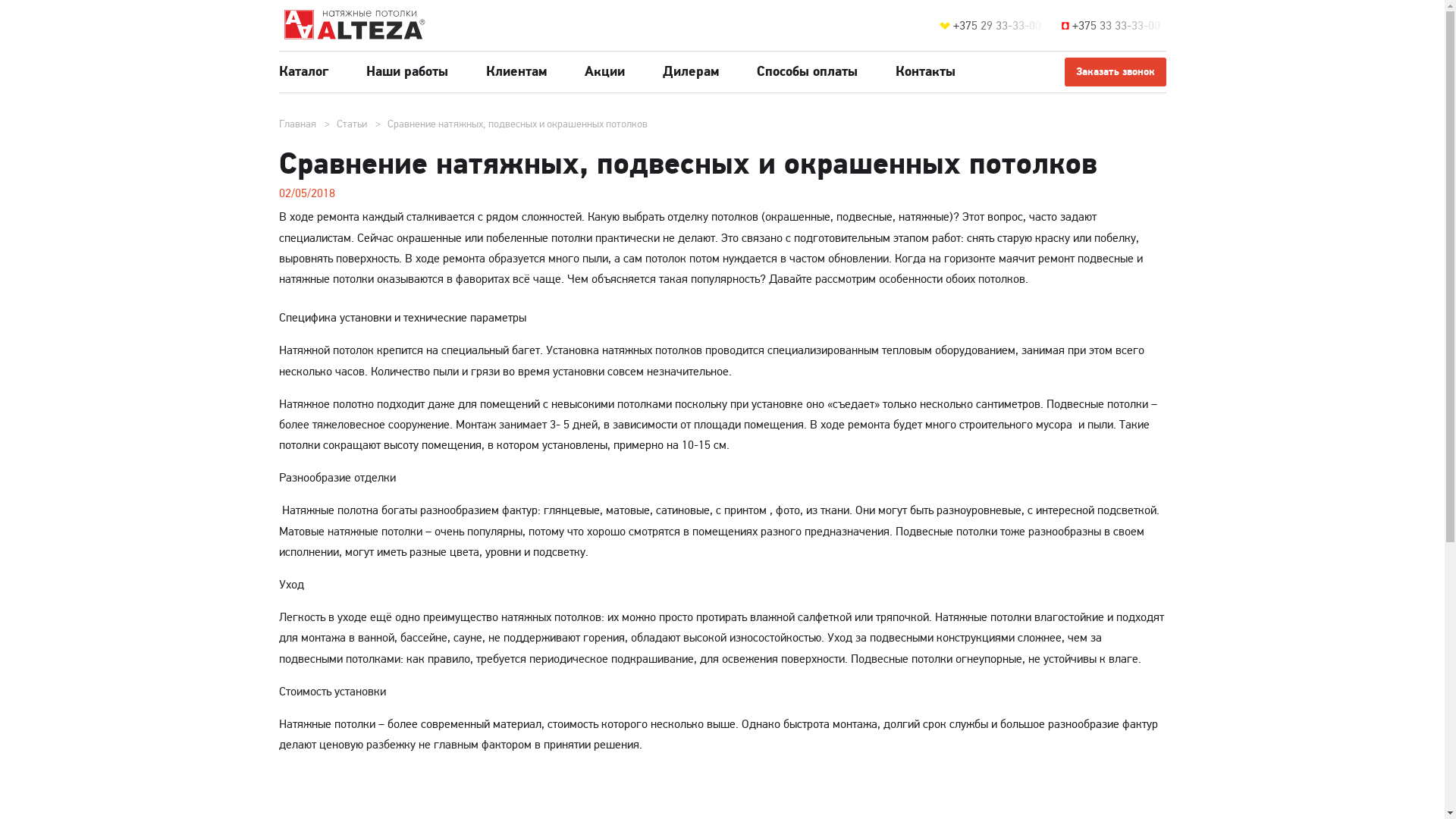 The image size is (1456, 819). Describe the element at coordinates (999, 26) in the screenshot. I see `'+375 29 33-33-00'` at that location.